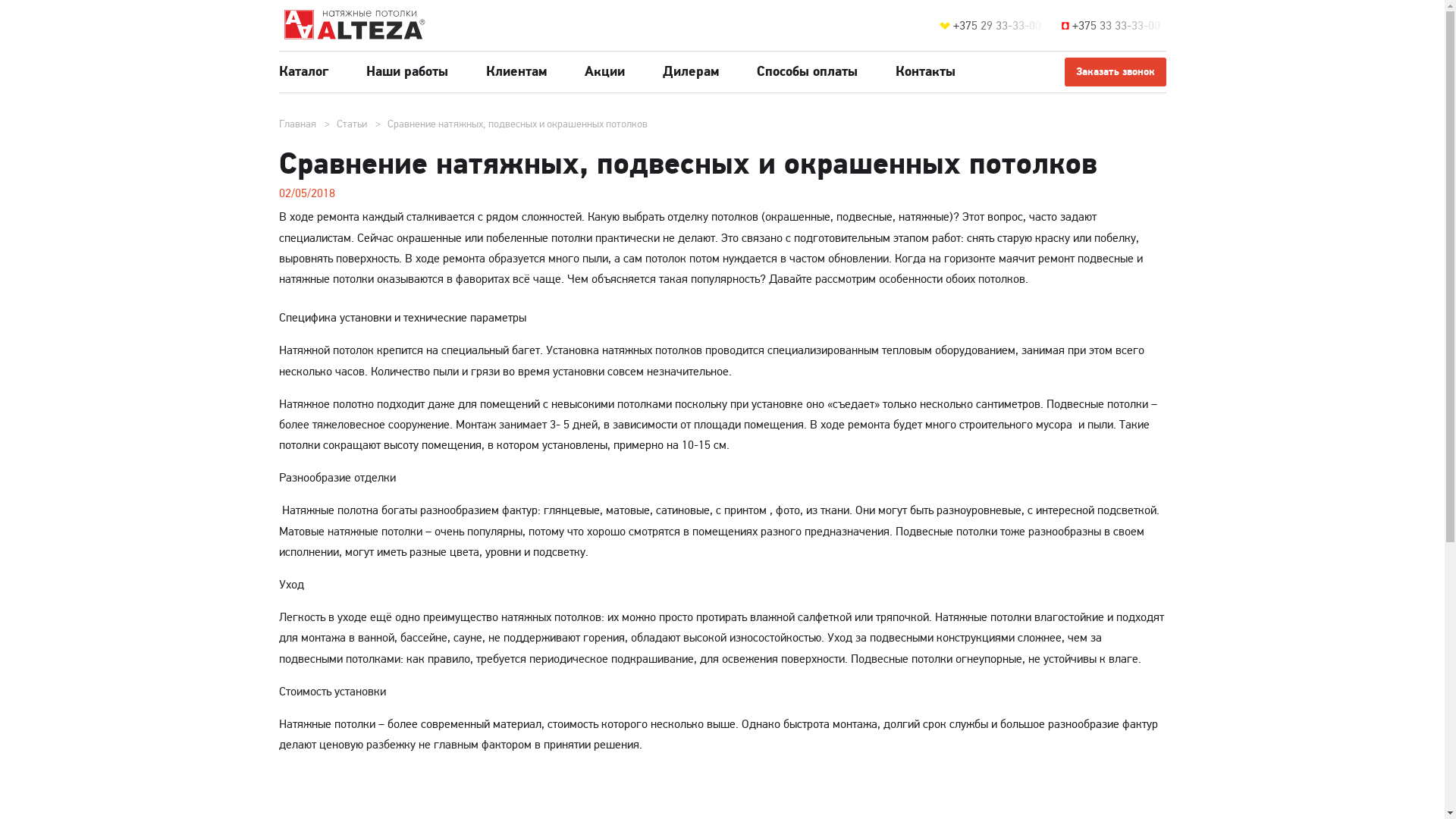 The image size is (1456, 819). Describe the element at coordinates (999, 26) in the screenshot. I see `'+375 29 33-33-00'` at that location.